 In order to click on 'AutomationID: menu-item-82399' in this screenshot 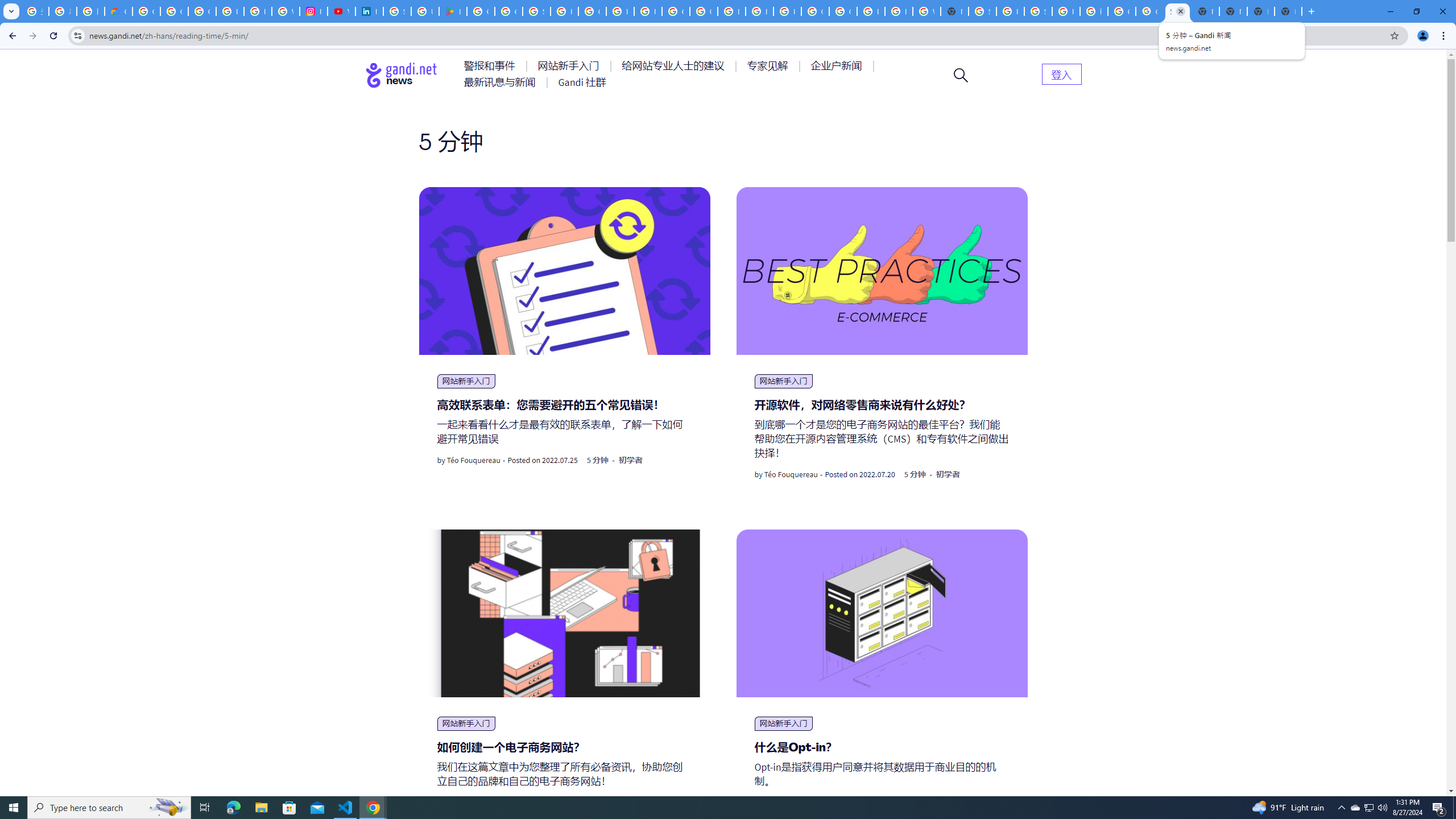, I will do `click(1061, 73)`.